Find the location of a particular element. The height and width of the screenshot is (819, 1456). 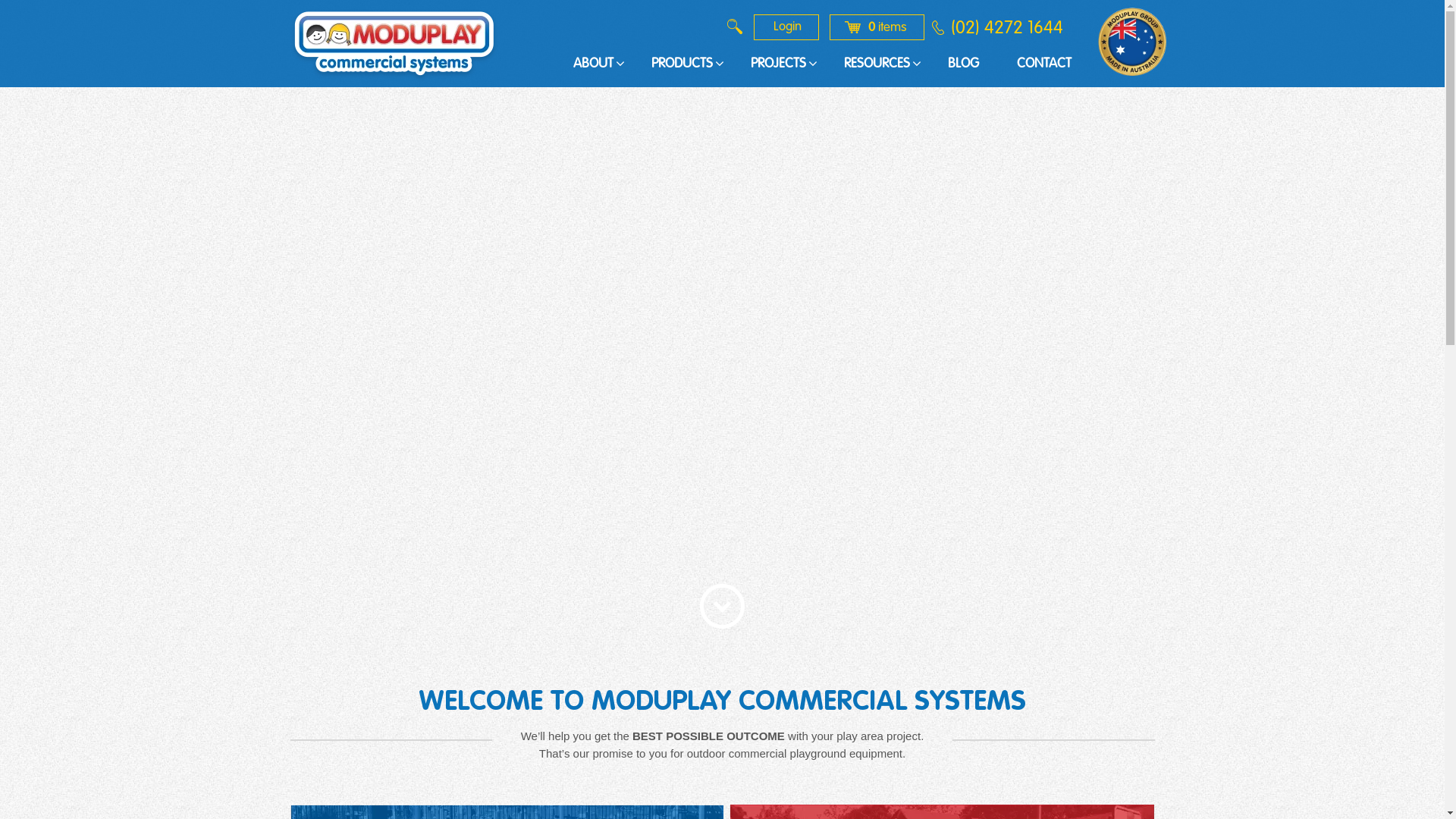

'Login' is located at coordinates (786, 27).